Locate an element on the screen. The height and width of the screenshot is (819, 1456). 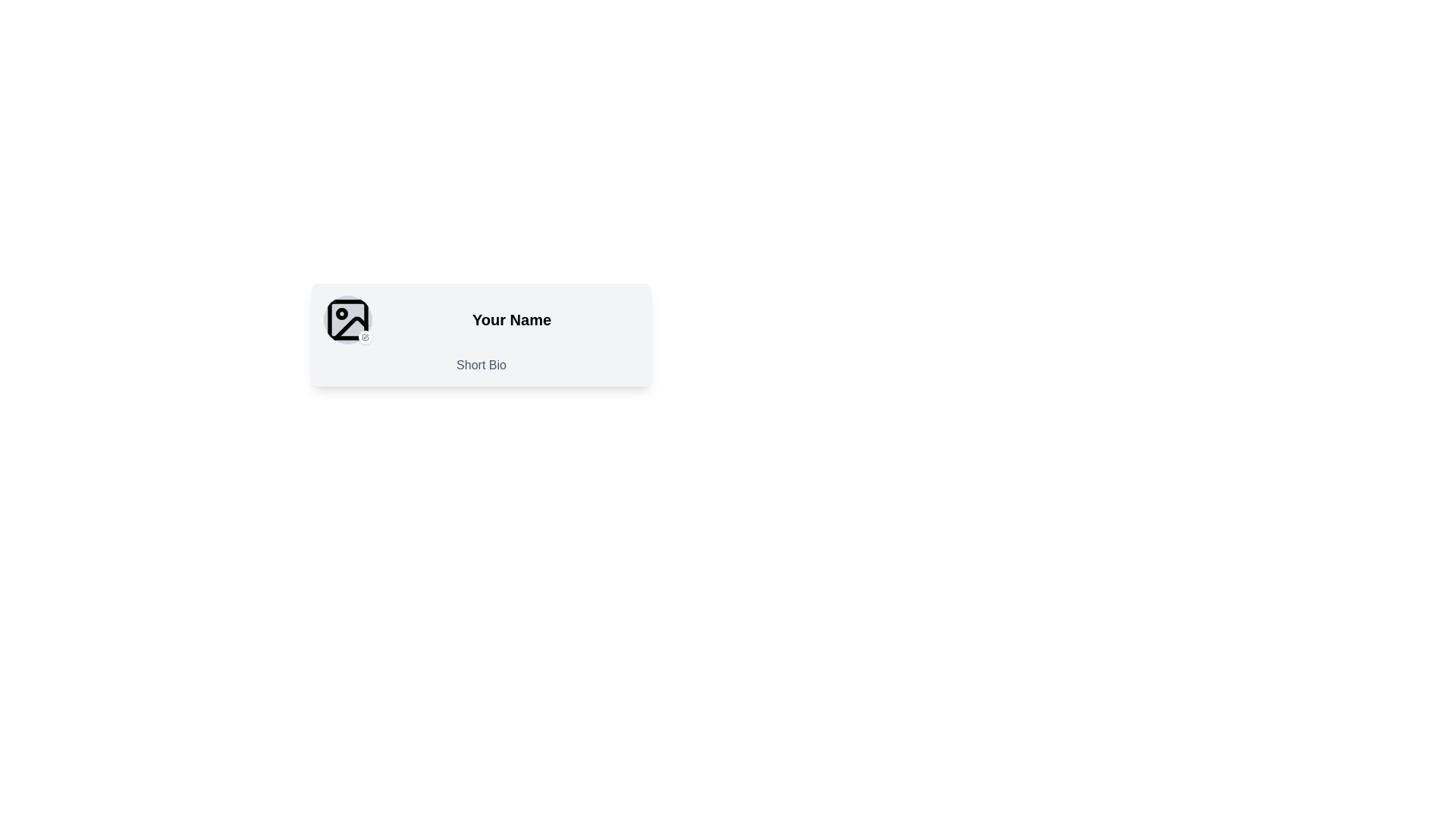
the 'Short Bio' text label, which is a bold, gray-colored label centered below the 'Your Name' label is located at coordinates (480, 366).